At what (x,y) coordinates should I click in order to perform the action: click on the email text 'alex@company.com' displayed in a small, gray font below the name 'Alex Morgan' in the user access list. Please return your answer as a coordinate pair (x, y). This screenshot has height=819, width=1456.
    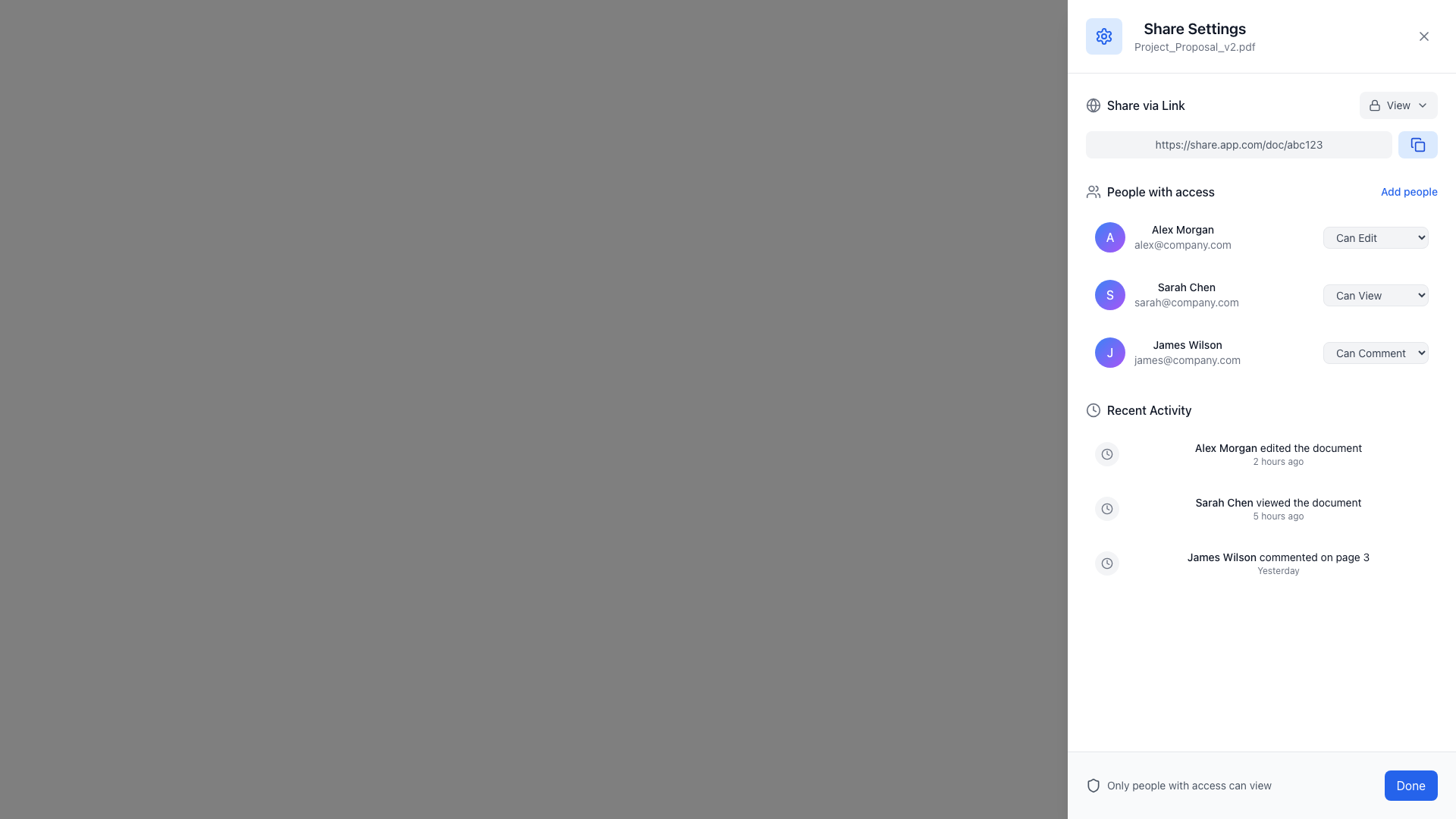
    Looking at the image, I should click on (1182, 244).